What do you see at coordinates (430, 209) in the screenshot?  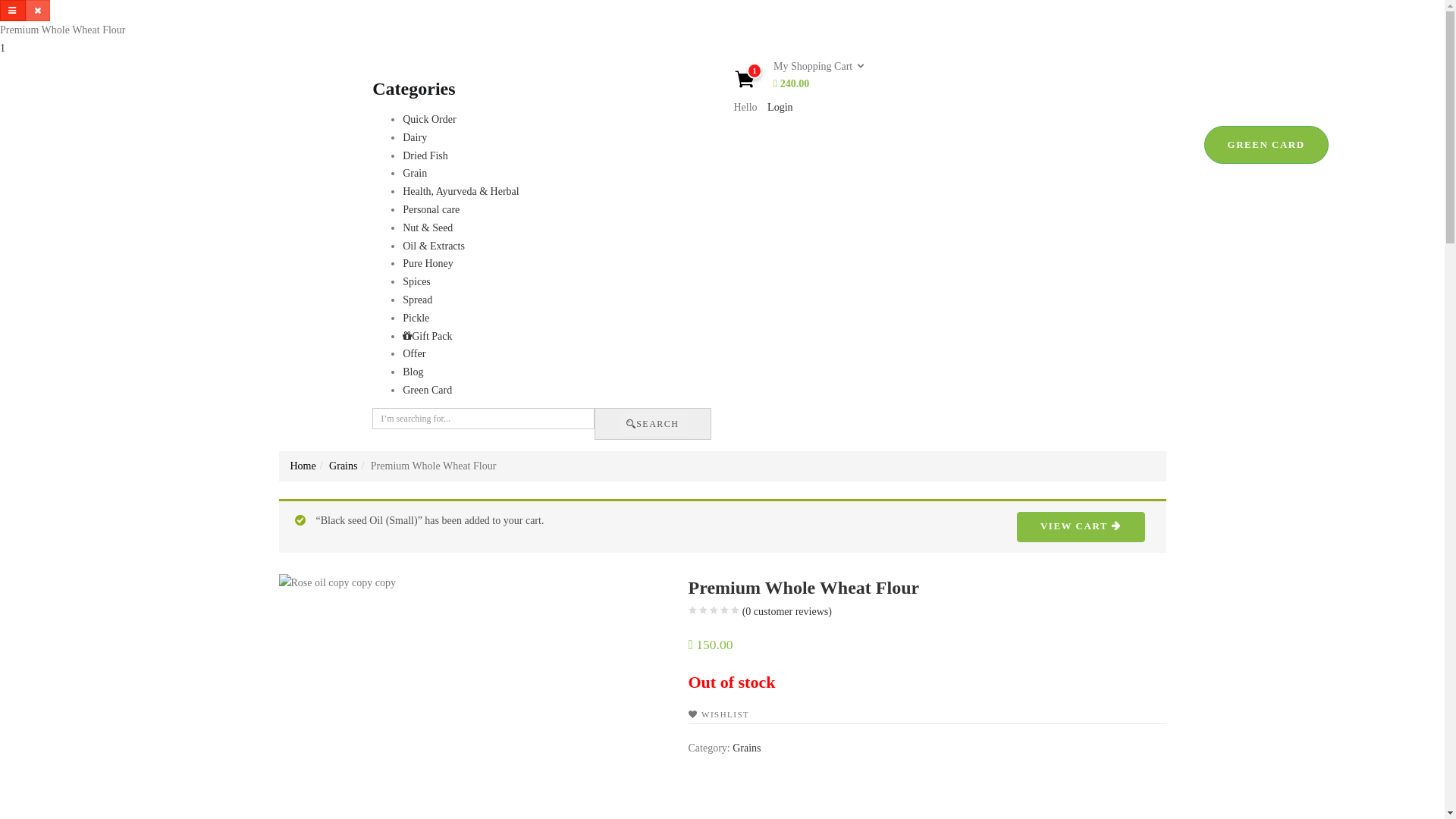 I see `'Personal care'` at bounding box center [430, 209].